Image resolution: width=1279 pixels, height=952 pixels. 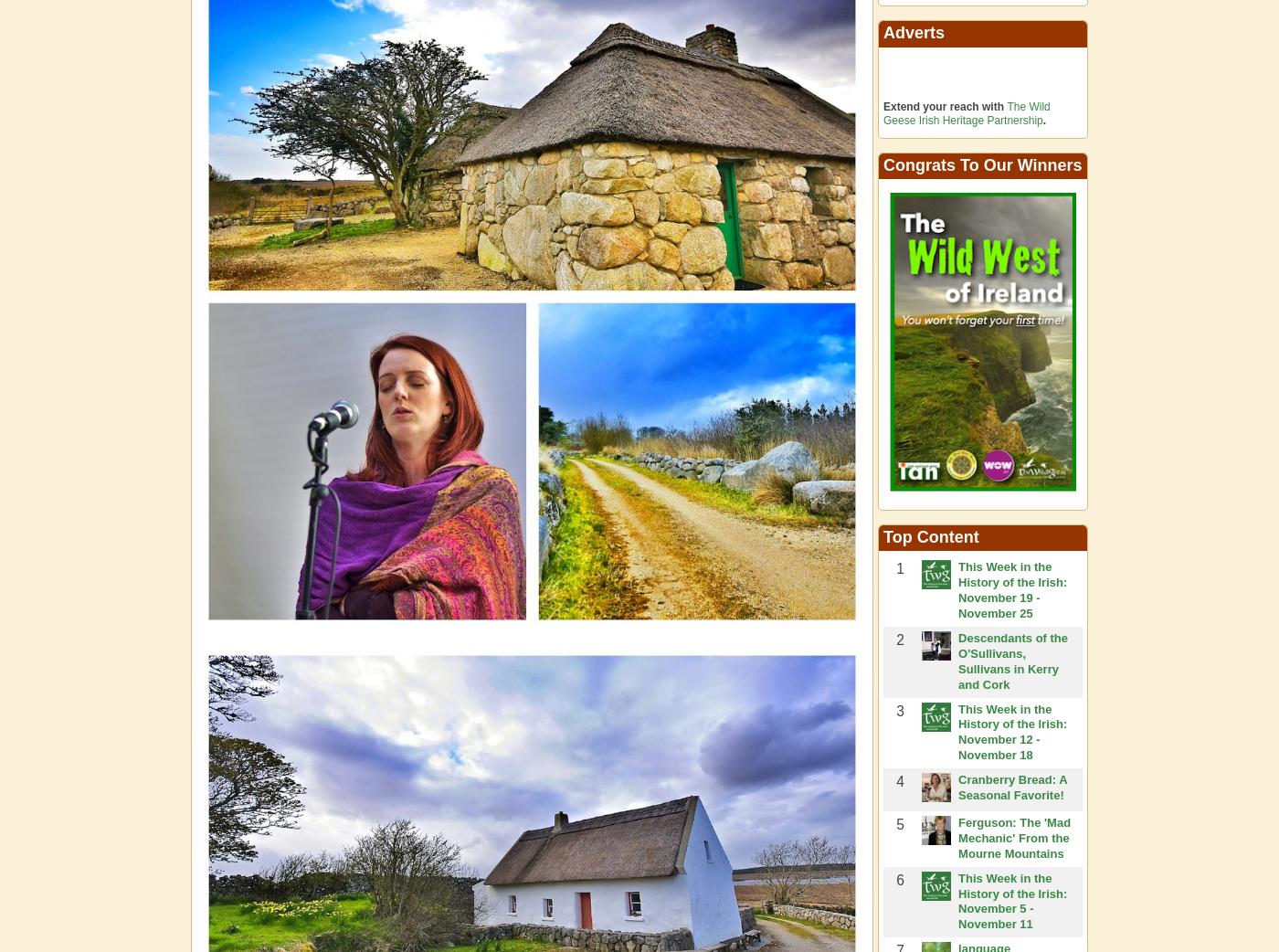 I want to click on '4', so click(x=900, y=781).